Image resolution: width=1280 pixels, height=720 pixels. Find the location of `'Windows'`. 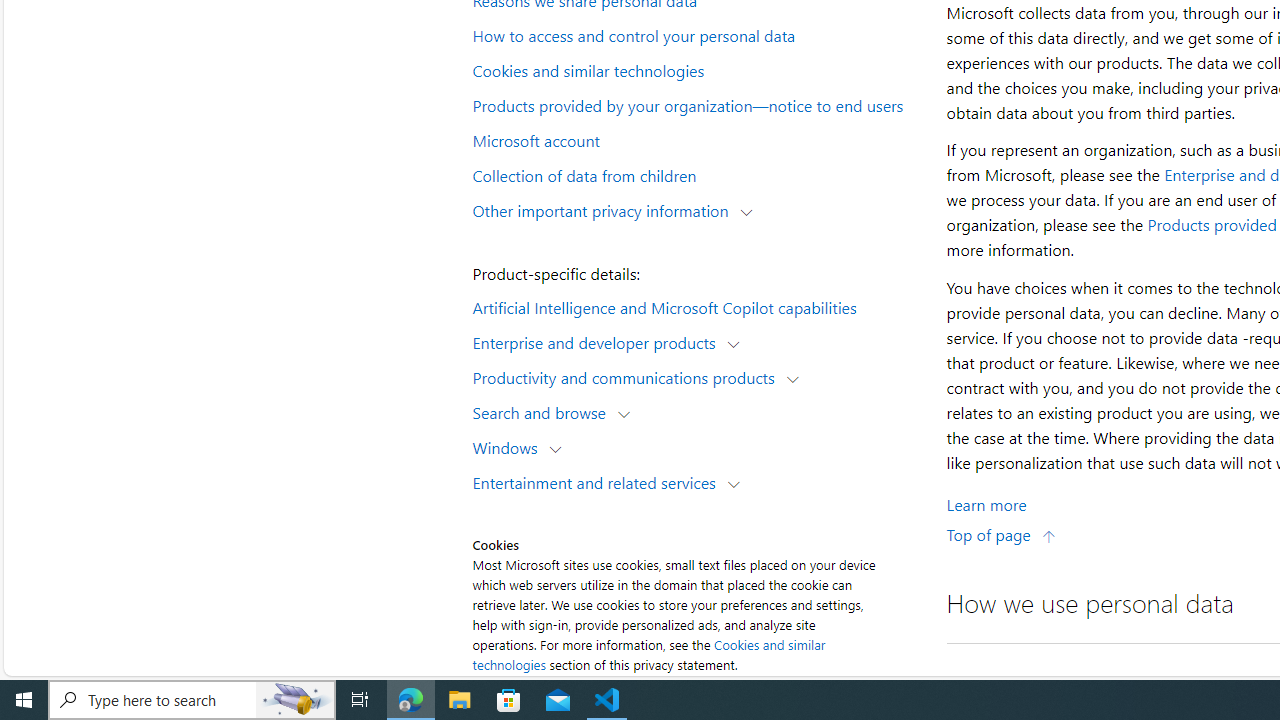

'Windows' is located at coordinates (510, 446).